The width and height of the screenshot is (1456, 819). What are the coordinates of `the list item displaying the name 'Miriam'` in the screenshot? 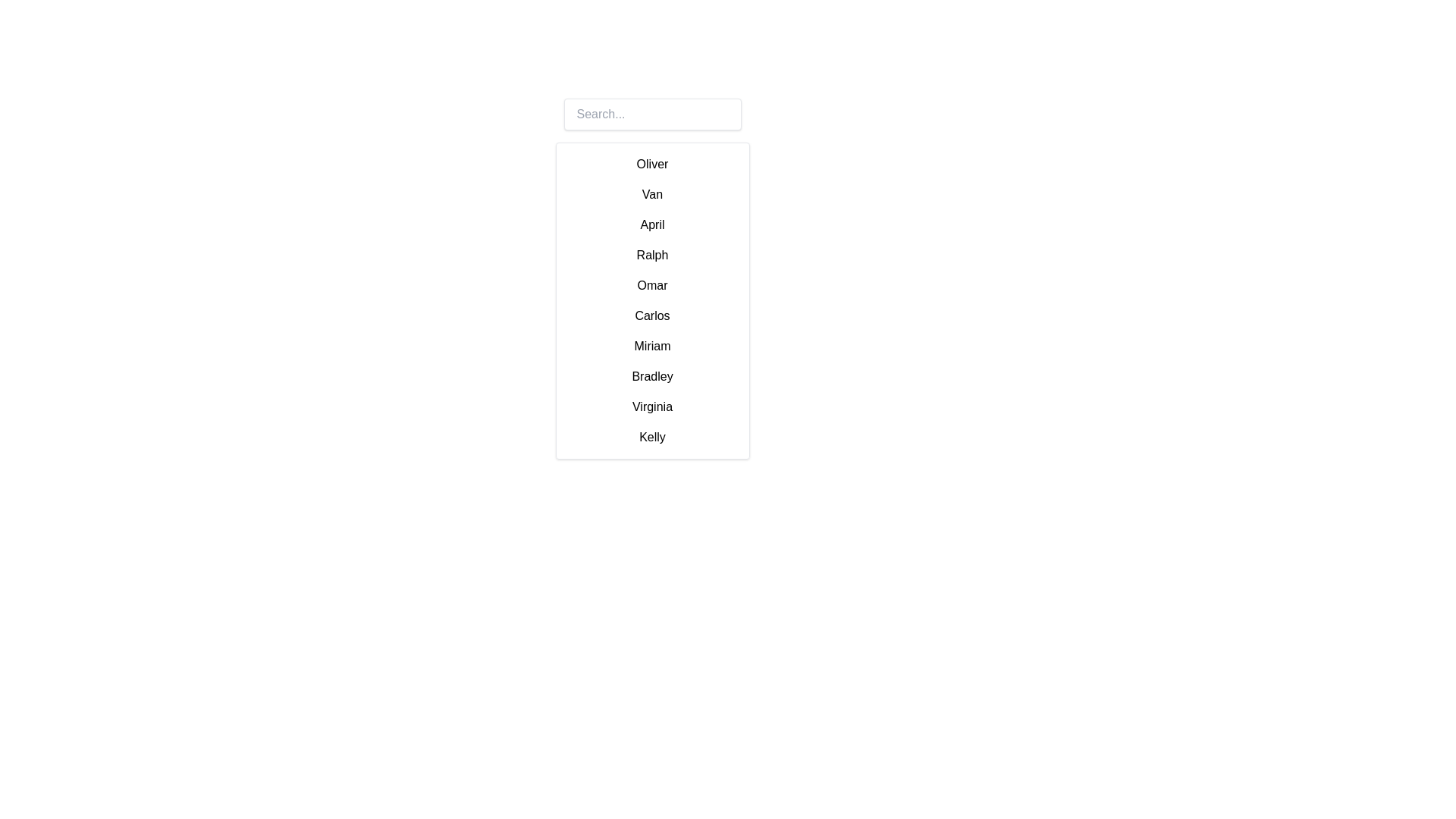 It's located at (652, 346).